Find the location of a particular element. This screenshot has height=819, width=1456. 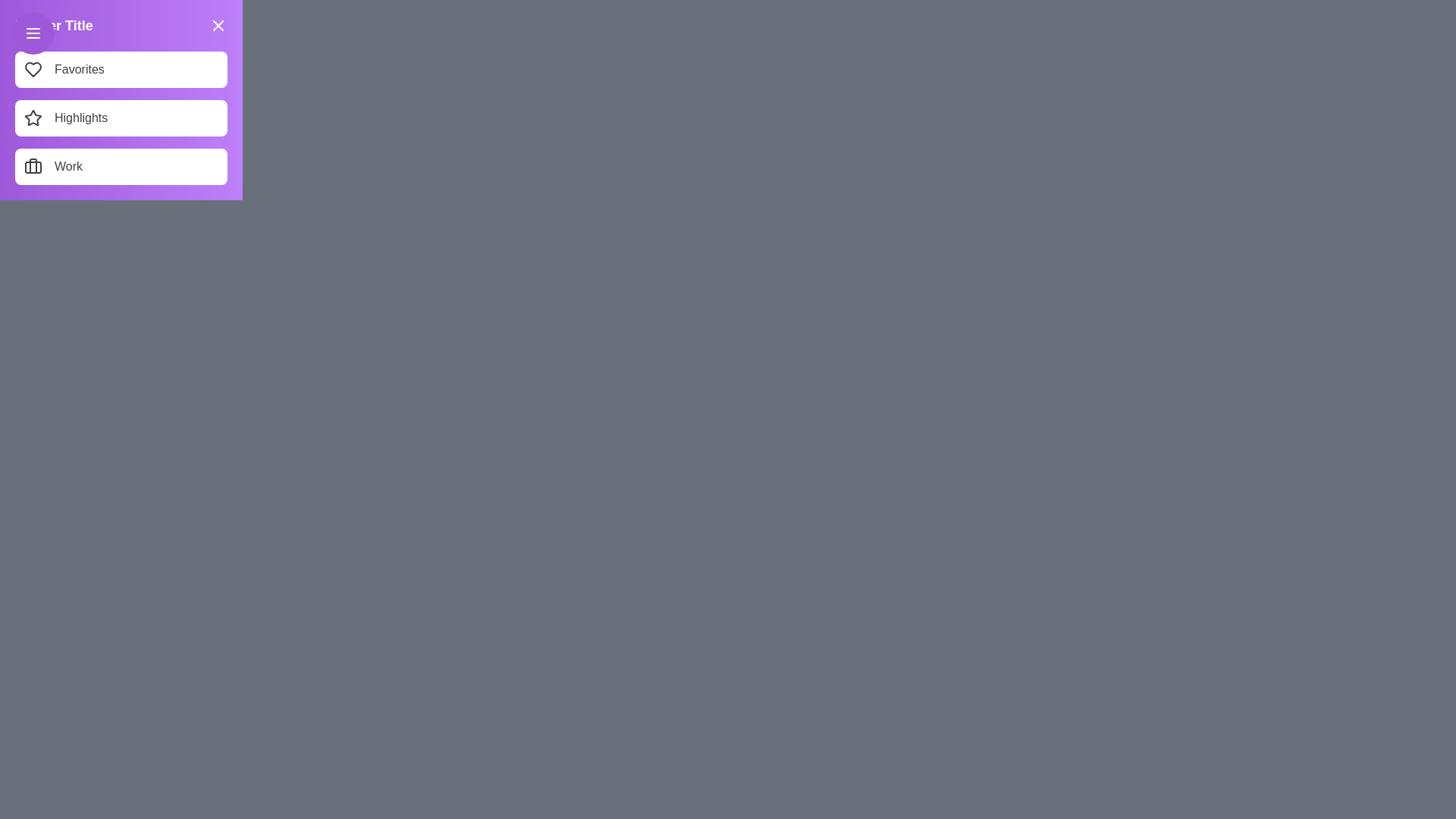

the close button for the 'Drawer Title' panel is located at coordinates (218, 26).